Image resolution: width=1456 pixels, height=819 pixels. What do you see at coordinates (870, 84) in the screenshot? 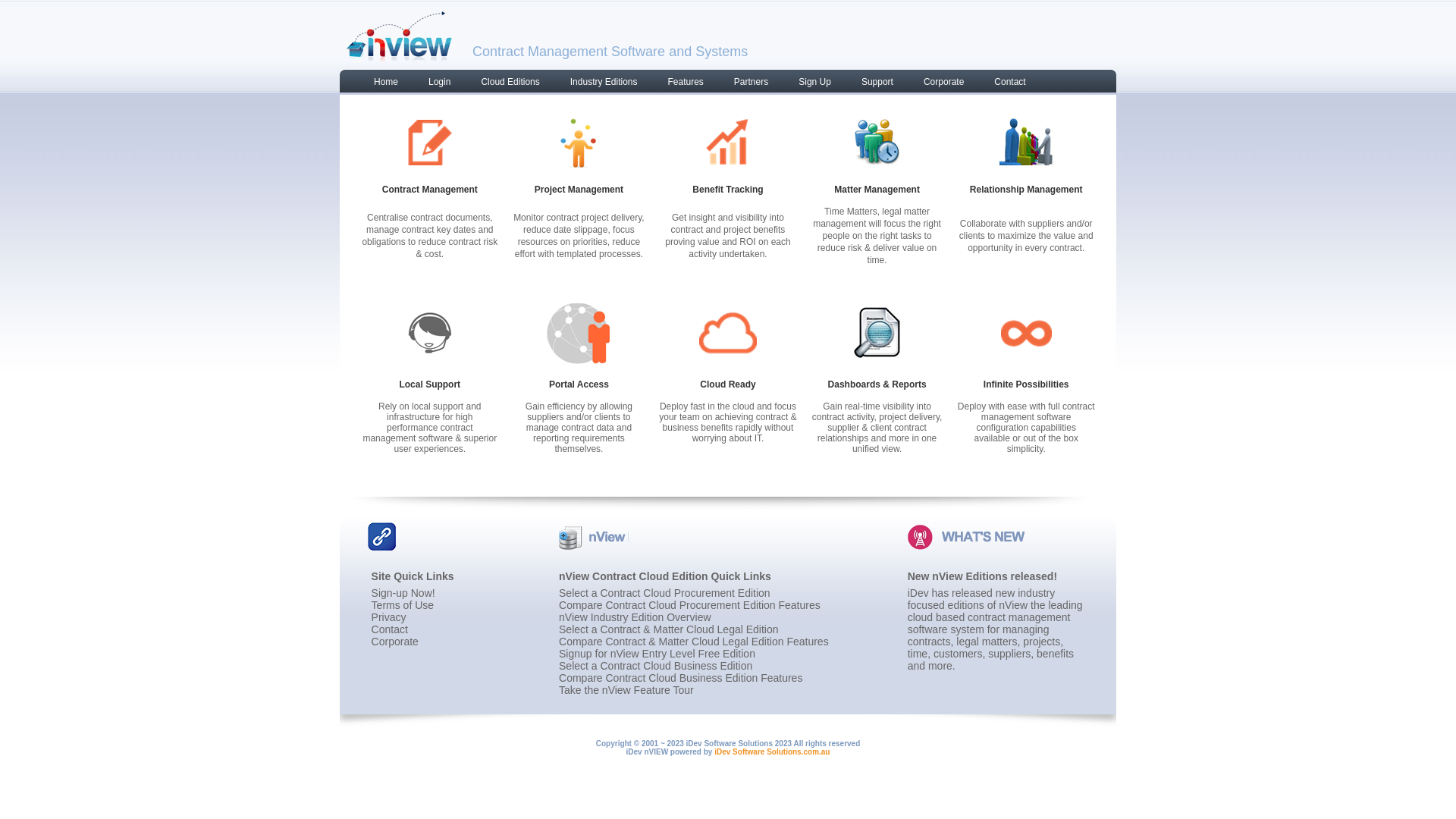
I see `'Support'` at bounding box center [870, 84].